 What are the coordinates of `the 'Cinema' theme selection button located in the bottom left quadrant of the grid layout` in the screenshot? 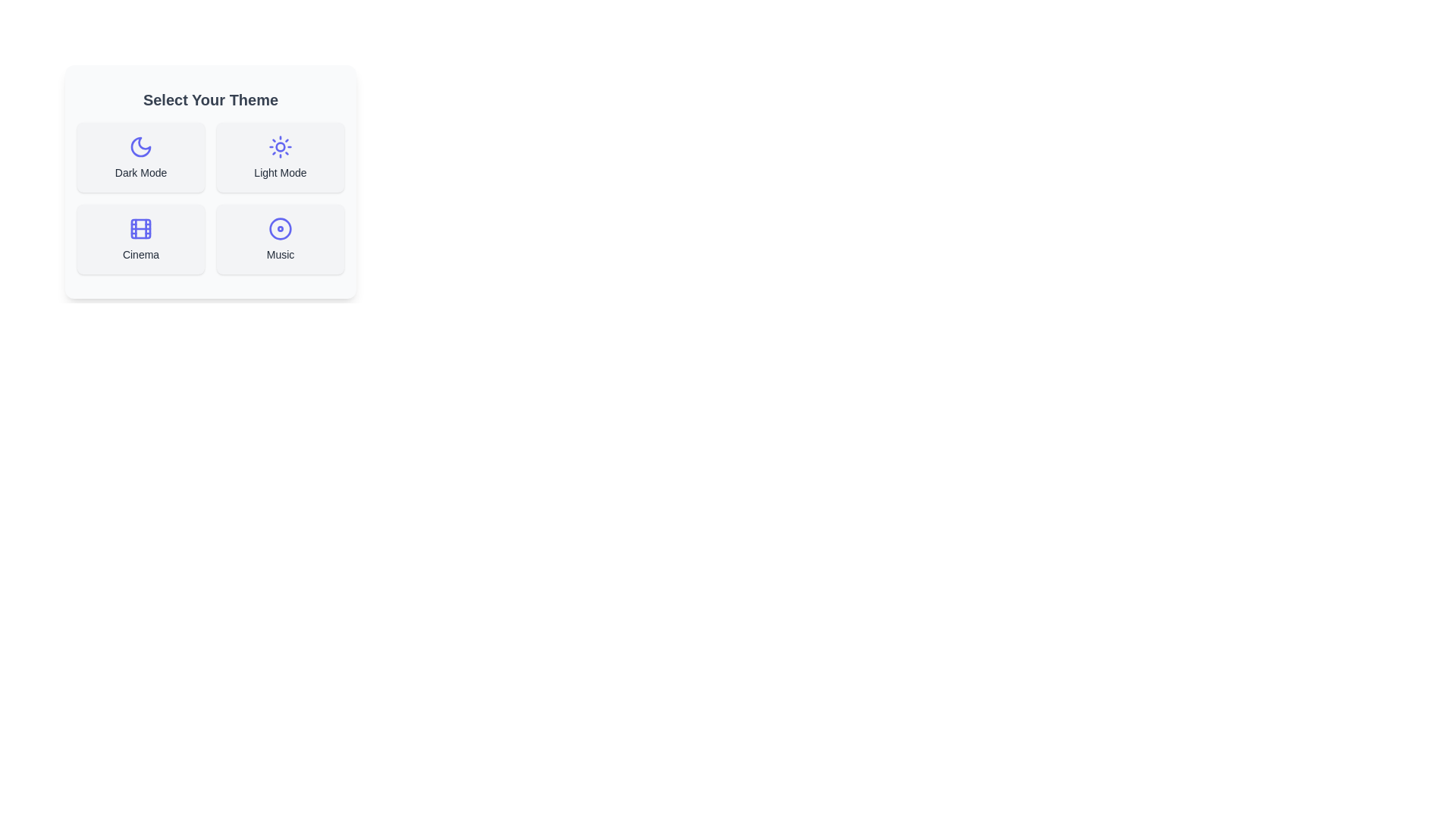 It's located at (141, 239).